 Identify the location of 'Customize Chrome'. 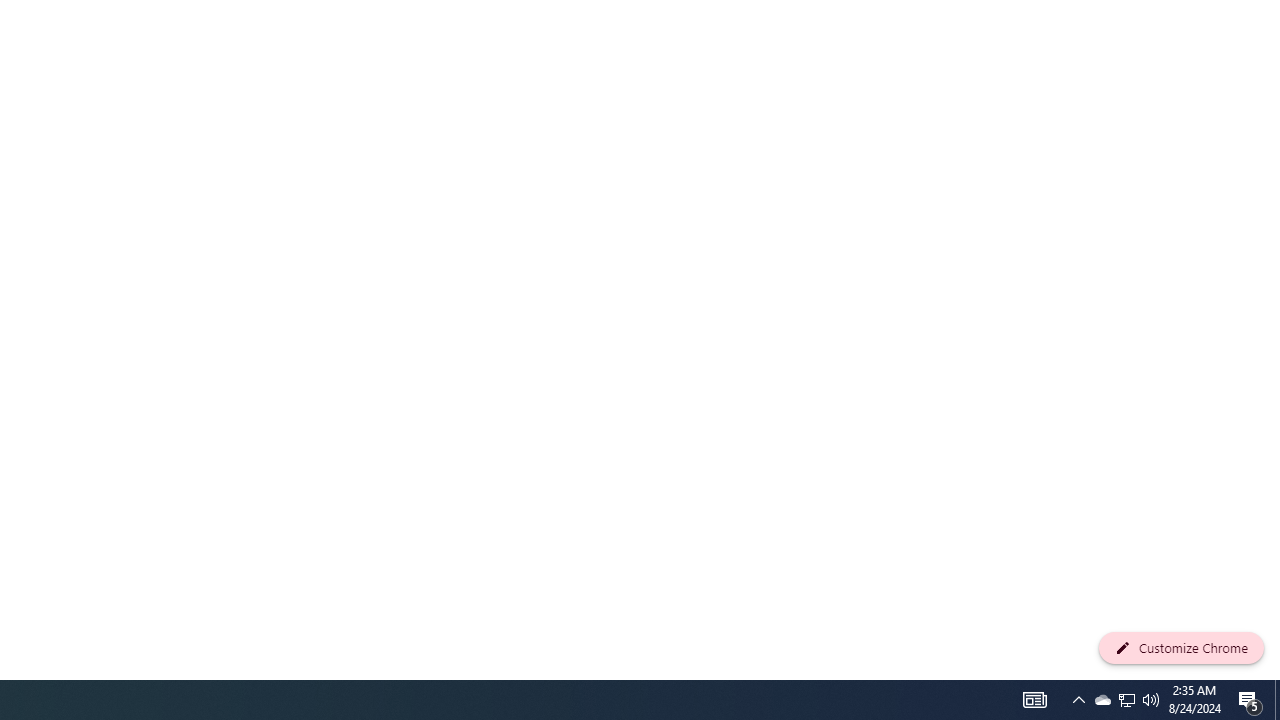
(1181, 648).